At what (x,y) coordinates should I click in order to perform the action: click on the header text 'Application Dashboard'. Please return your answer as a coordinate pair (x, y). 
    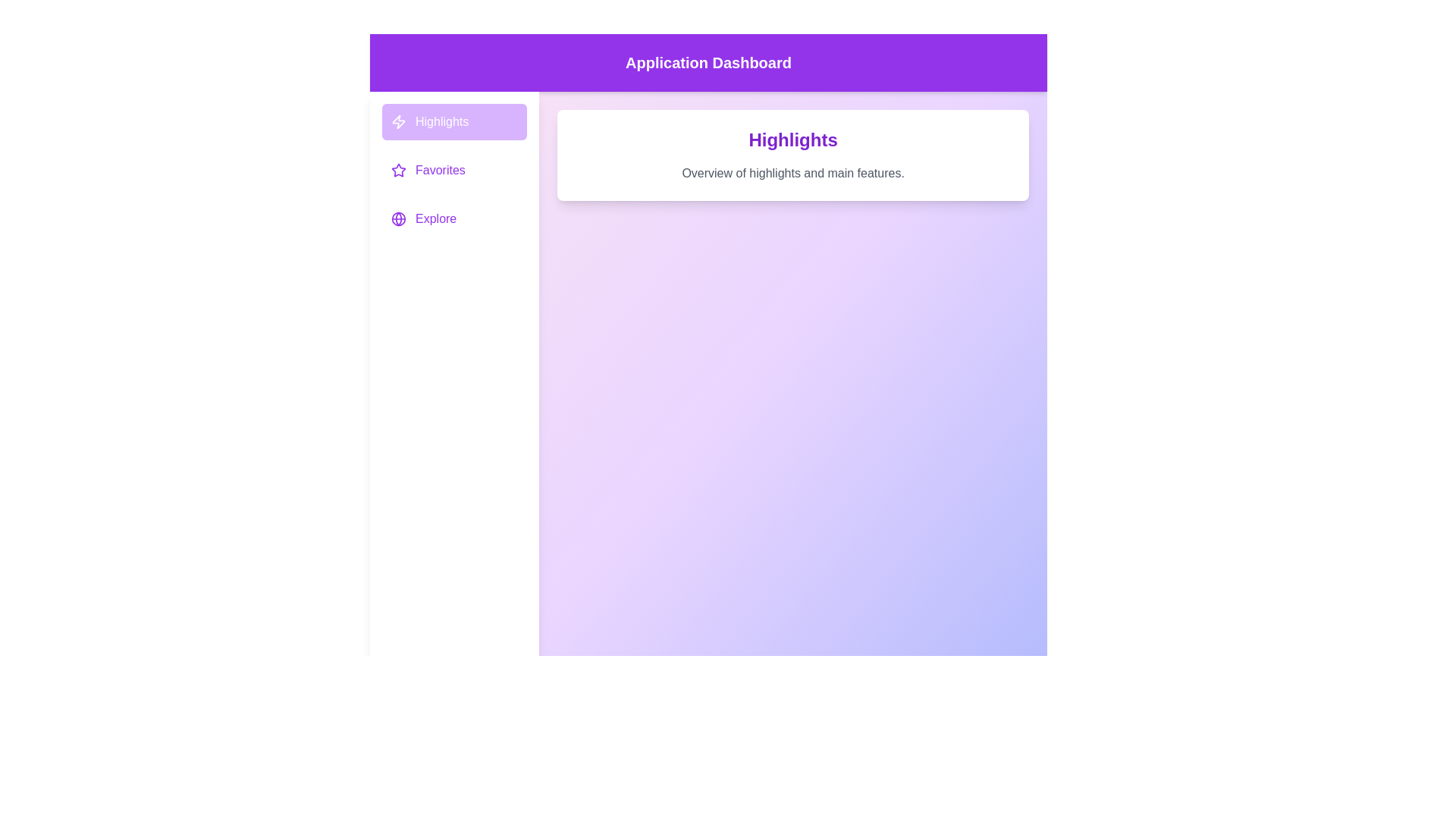
    Looking at the image, I should click on (708, 62).